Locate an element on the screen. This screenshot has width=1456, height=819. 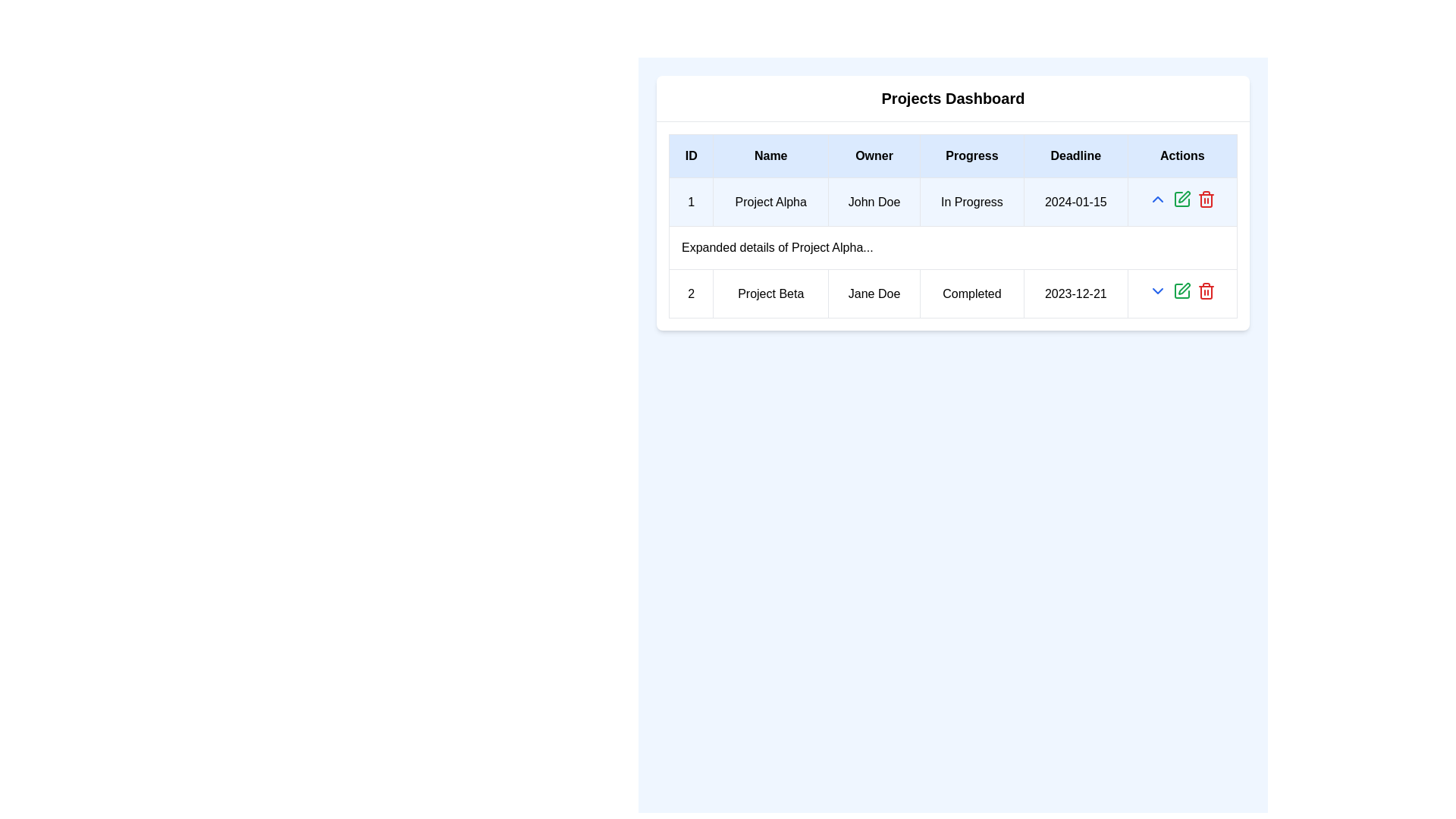
the first project entry in the 'Projects Dashboard' table row, which summarizes key details such as the project name, owner, status, and deadline is located at coordinates (952, 201).